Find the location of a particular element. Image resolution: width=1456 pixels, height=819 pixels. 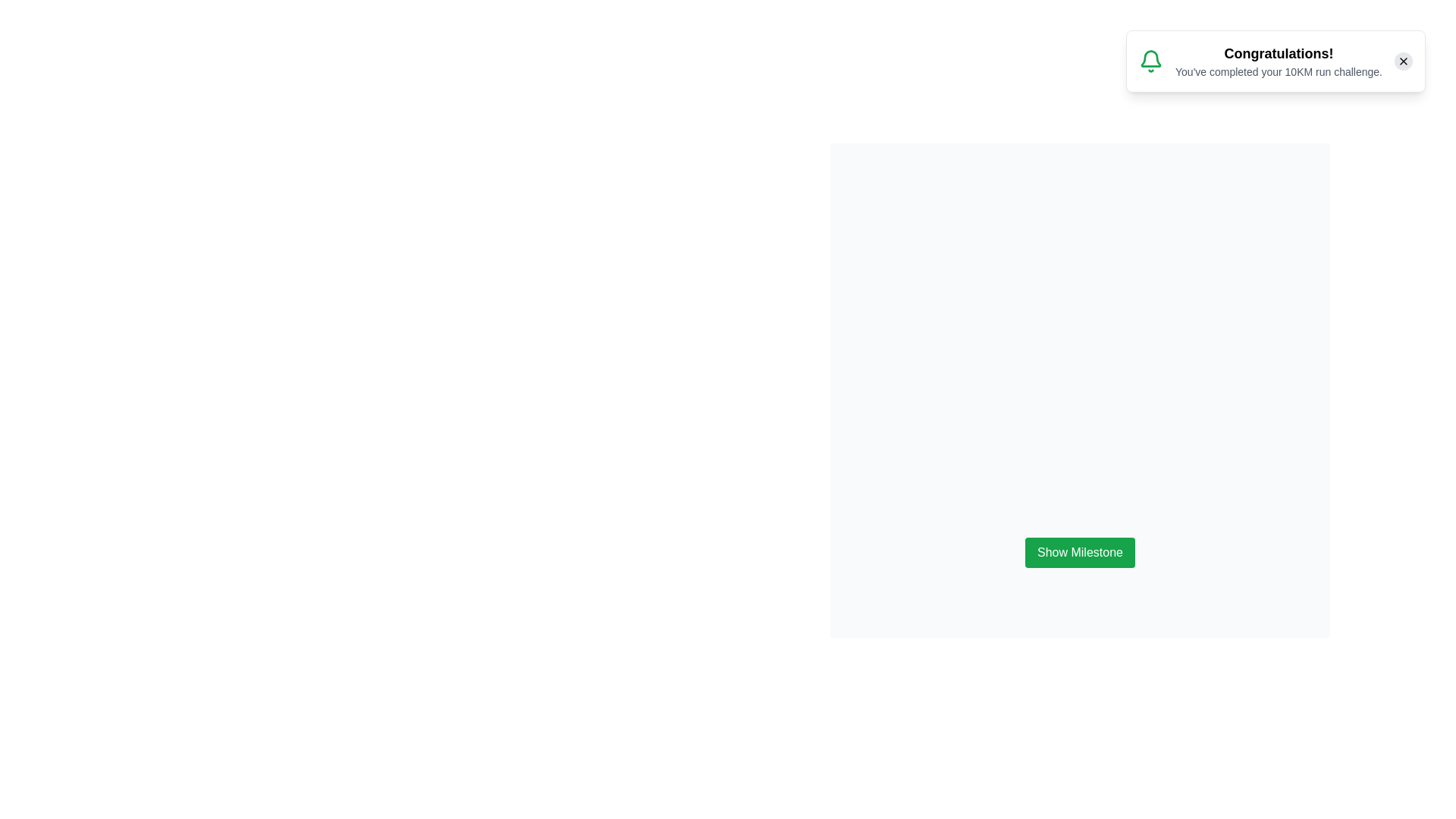

the close button of the notification is located at coordinates (1403, 61).